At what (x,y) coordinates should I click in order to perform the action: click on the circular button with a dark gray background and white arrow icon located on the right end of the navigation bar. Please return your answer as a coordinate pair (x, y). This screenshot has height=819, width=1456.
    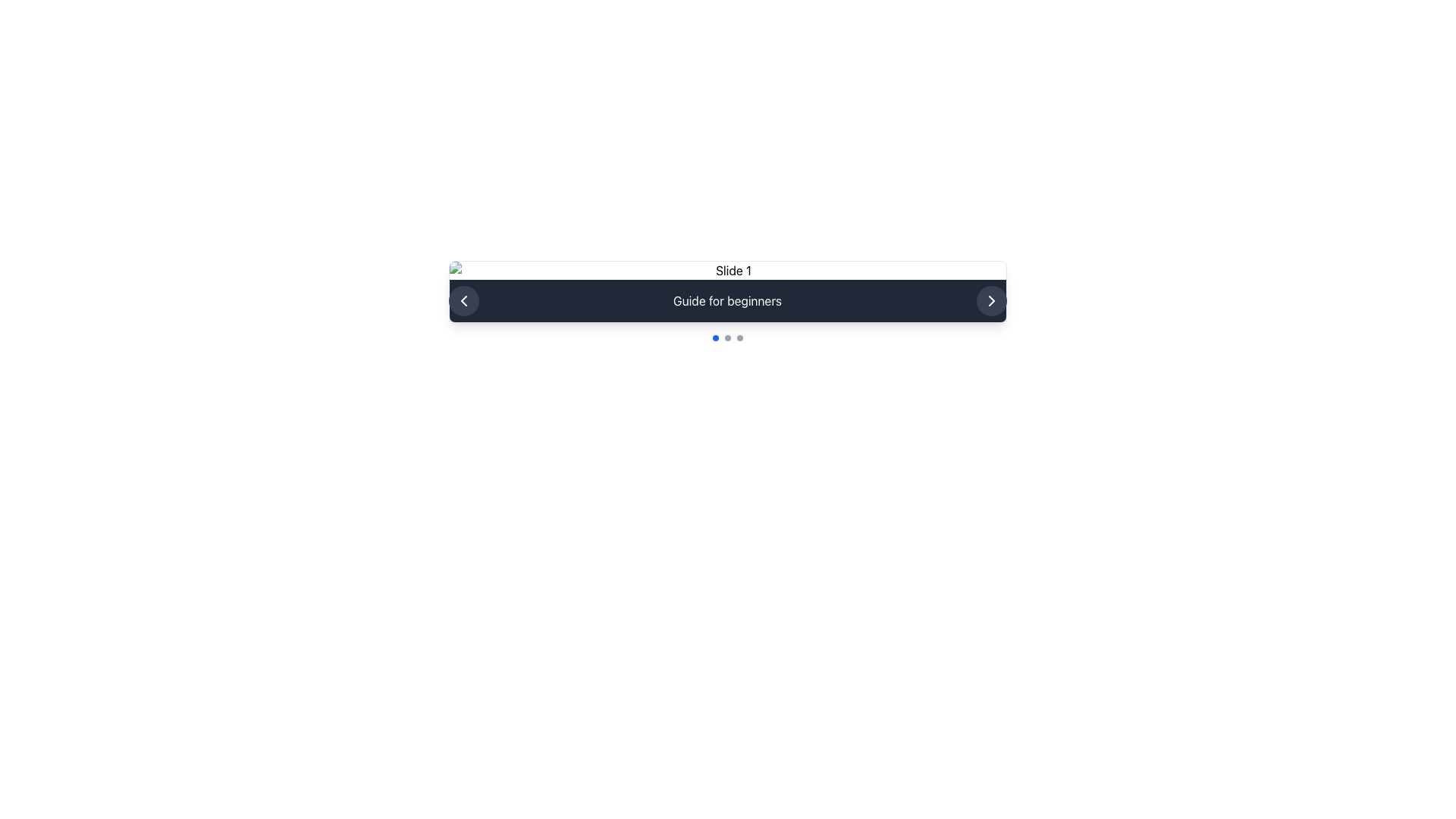
    Looking at the image, I should click on (991, 301).